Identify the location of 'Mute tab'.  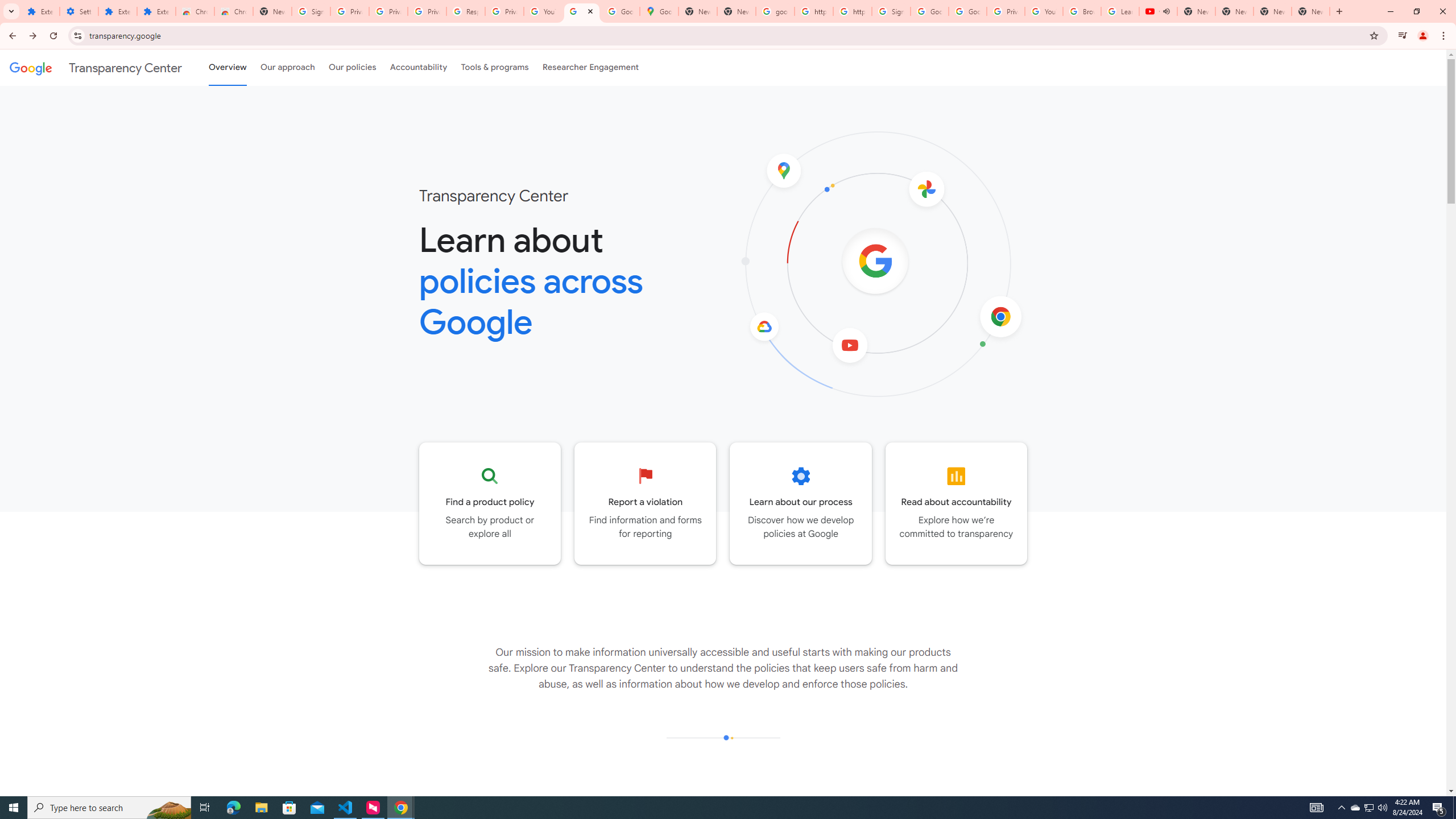
(1166, 11).